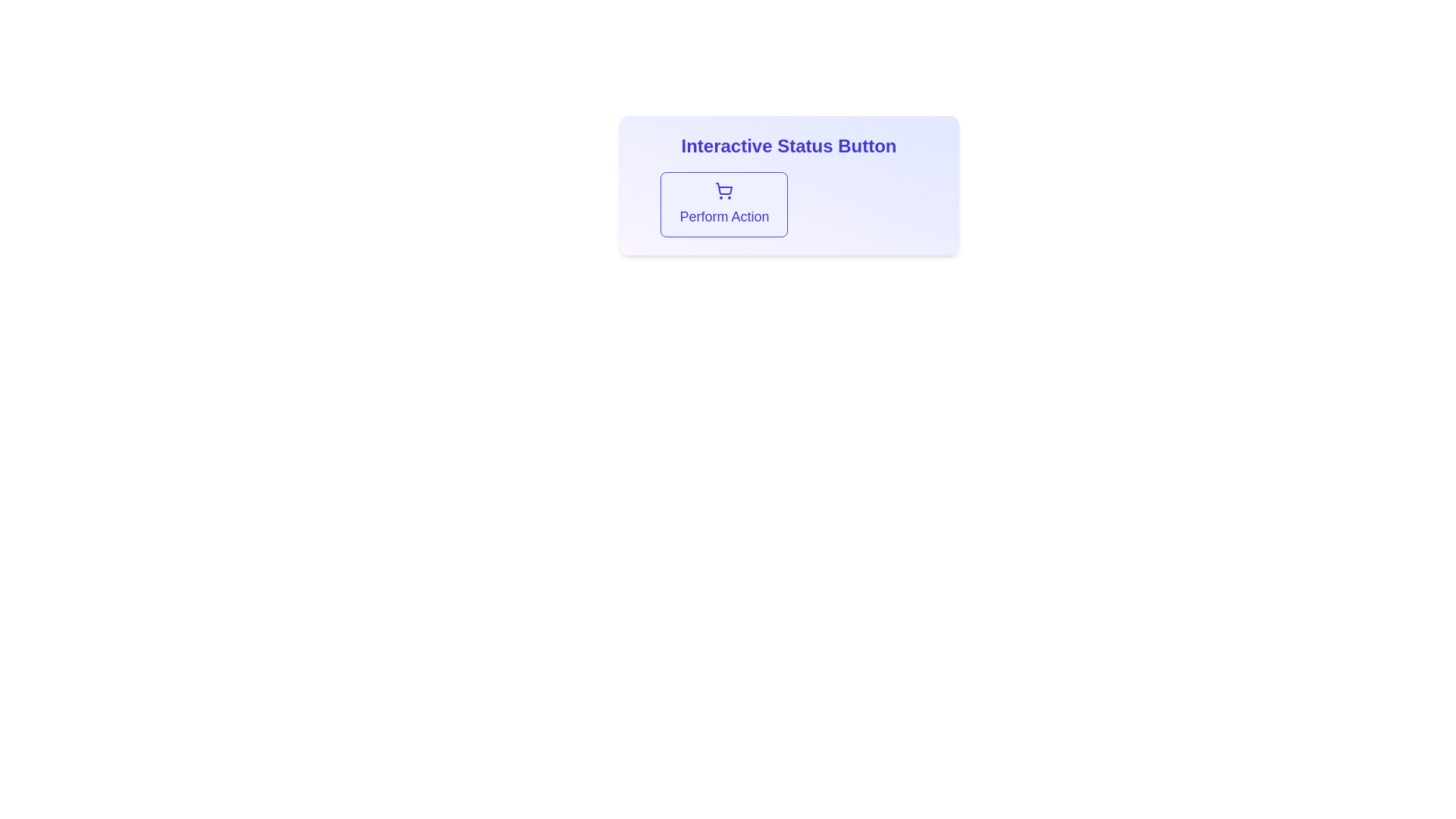 The image size is (1456, 819). I want to click on the interactive button with a light blue background and indigo border labeled 'Perform Action', so click(723, 205).